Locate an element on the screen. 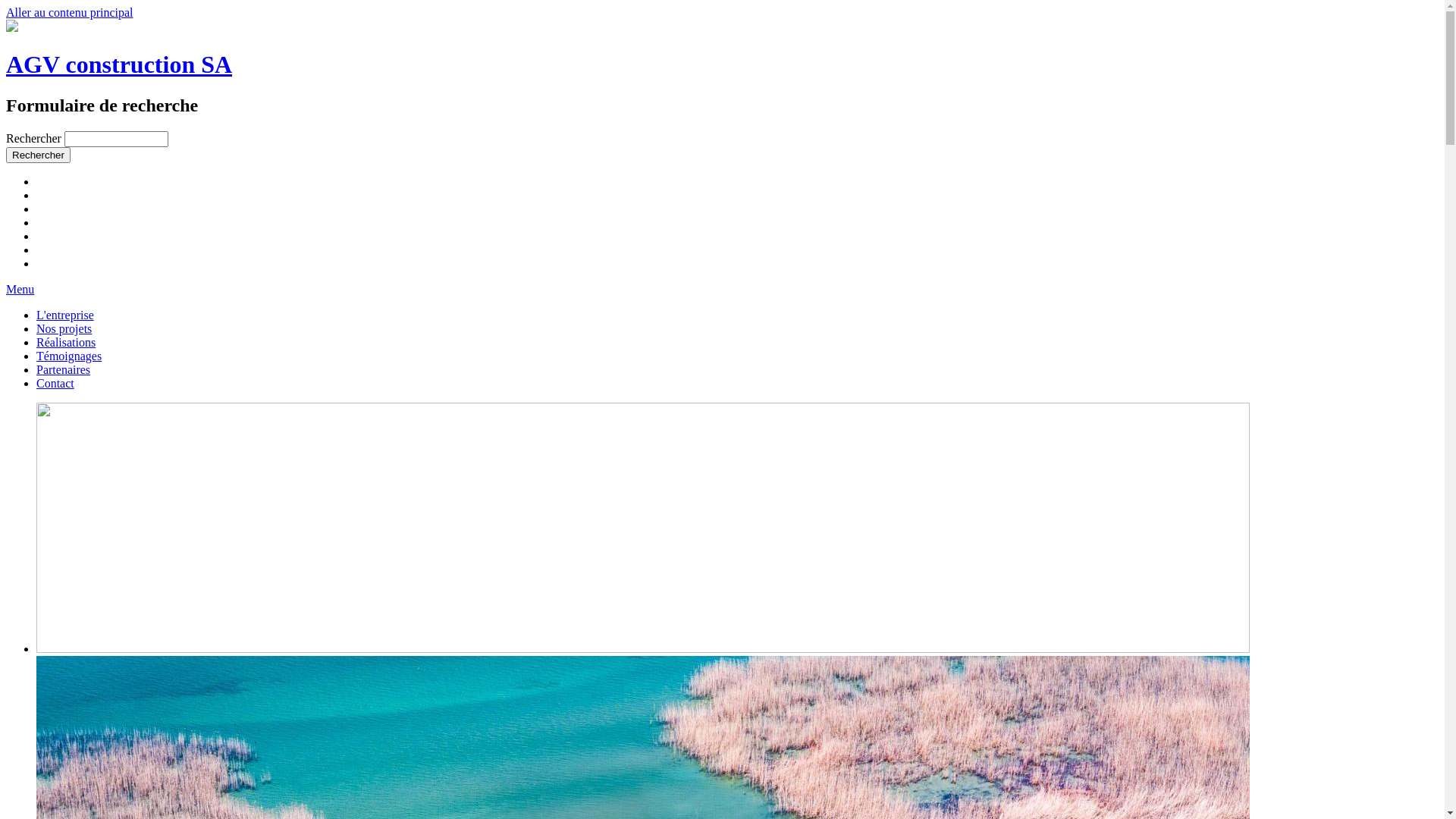 The width and height of the screenshot is (1456, 819). 'AGV construction SA' is located at coordinates (118, 63).